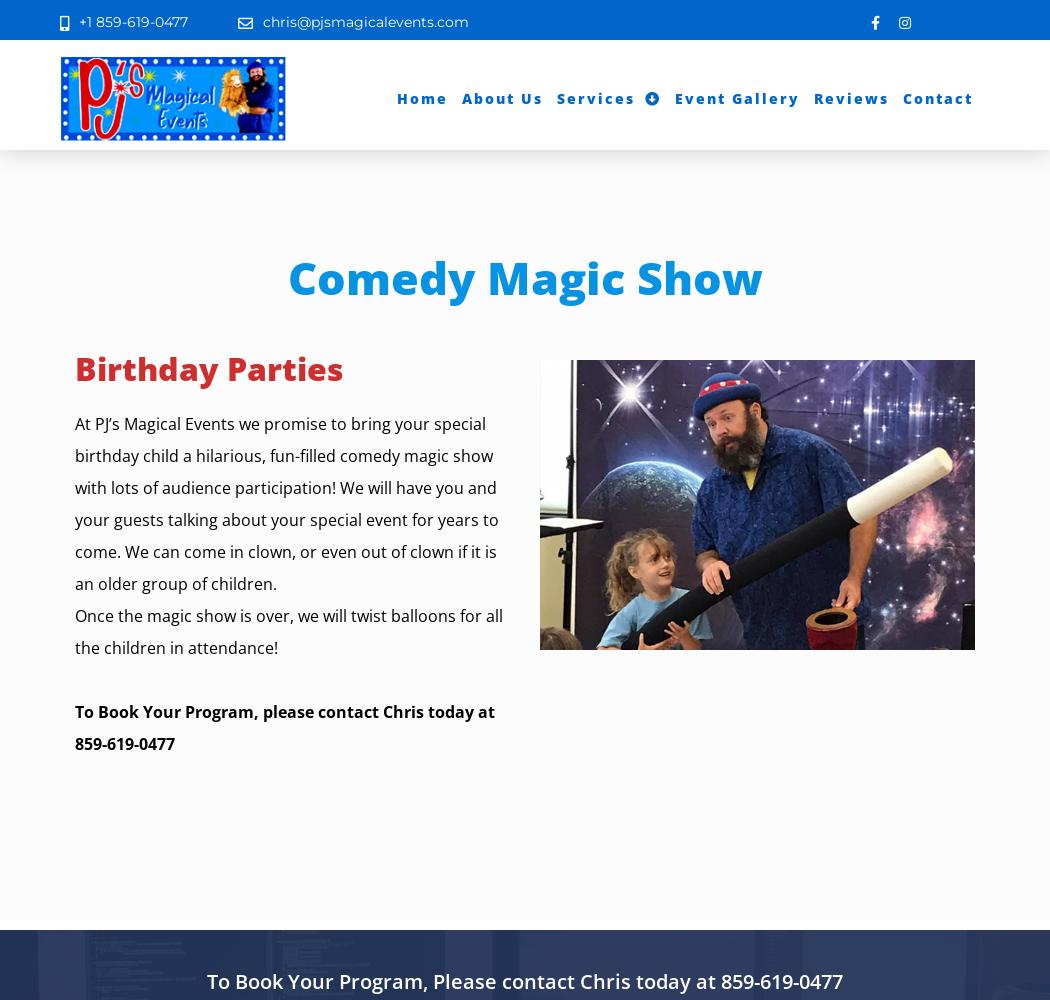  I want to click on 'To Book Your Program, please contact Chris today at 859-619-0477', so click(73, 727).